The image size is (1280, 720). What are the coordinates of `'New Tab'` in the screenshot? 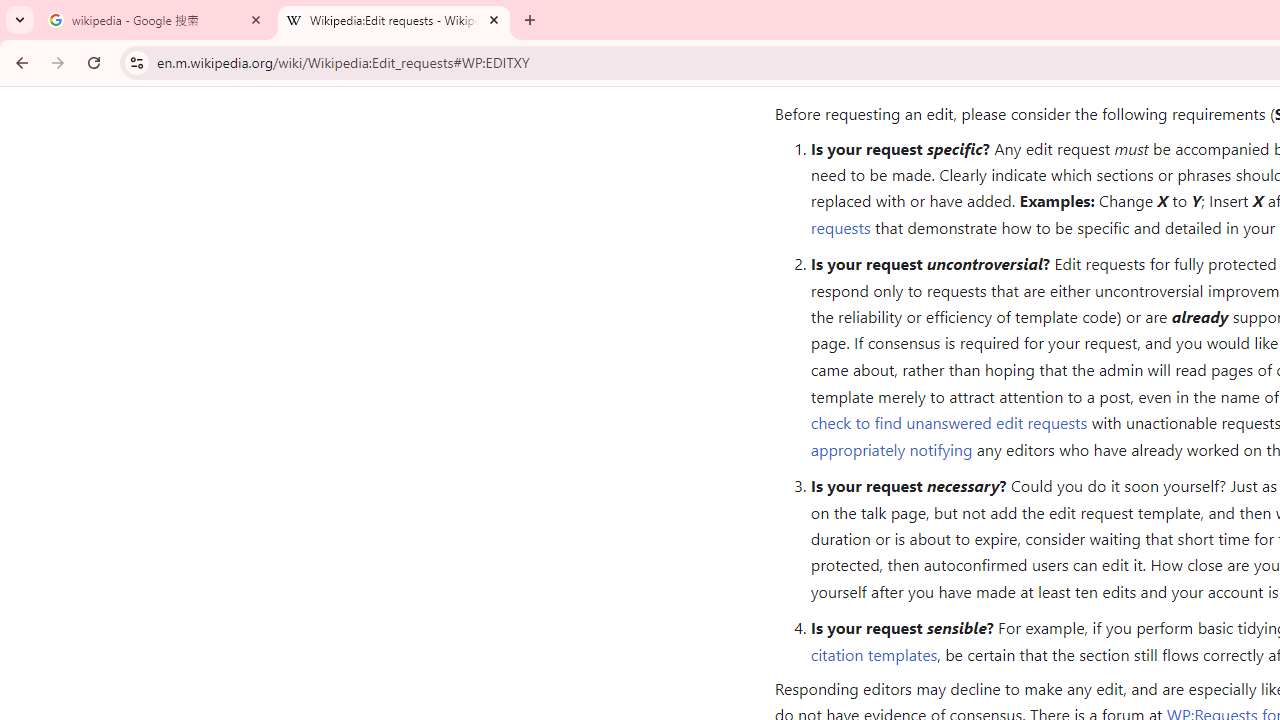 It's located at (529, 20).